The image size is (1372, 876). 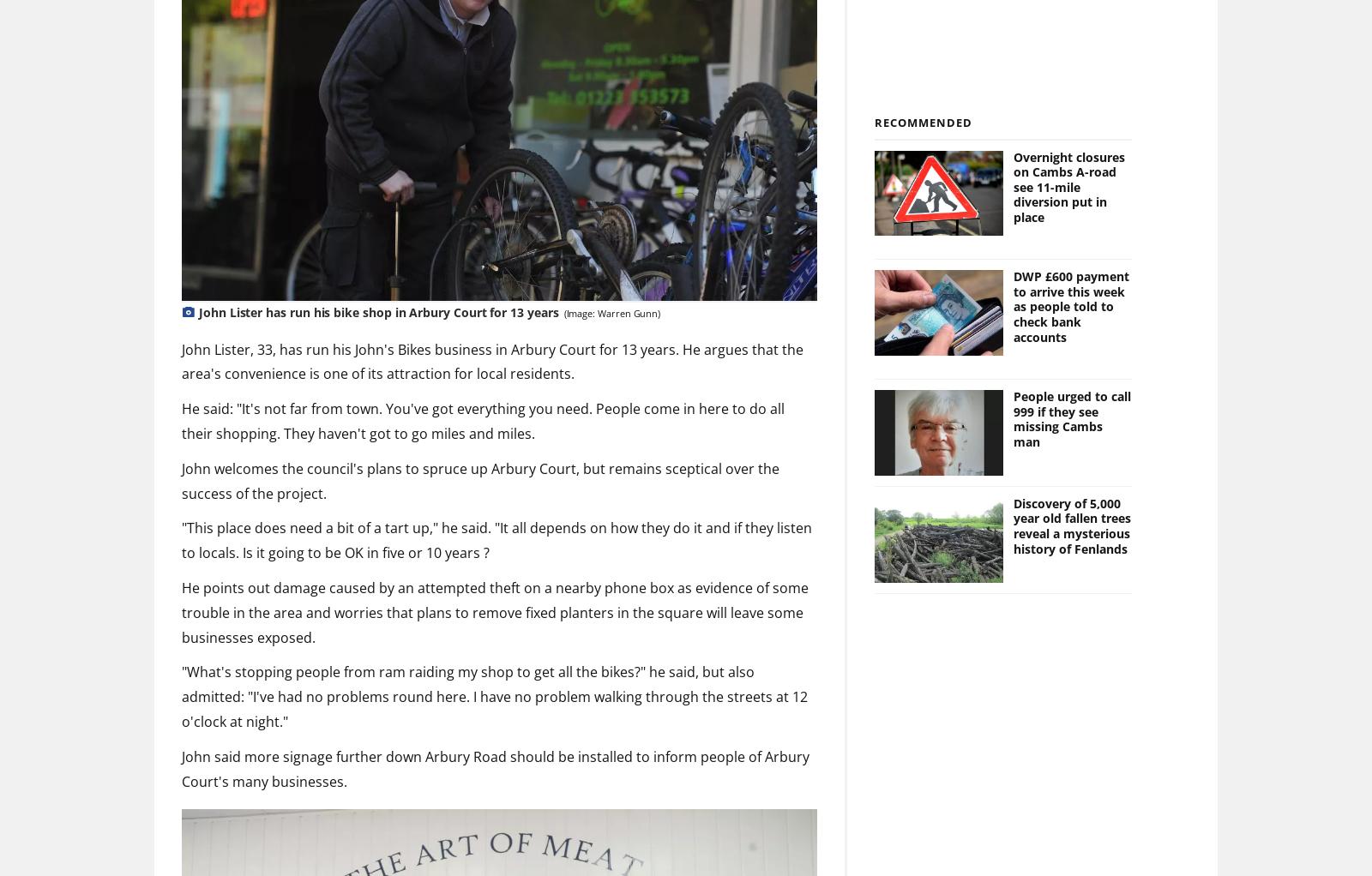 What do you see at coordinates (491, 361) in the screenshot?
I see `'John Lister, 33, has run his John's Bikes business in Arbury Court for 13 years. He argues that the area's convenience is one of its attraction for local residents.'` at bounding box center [491, 361].